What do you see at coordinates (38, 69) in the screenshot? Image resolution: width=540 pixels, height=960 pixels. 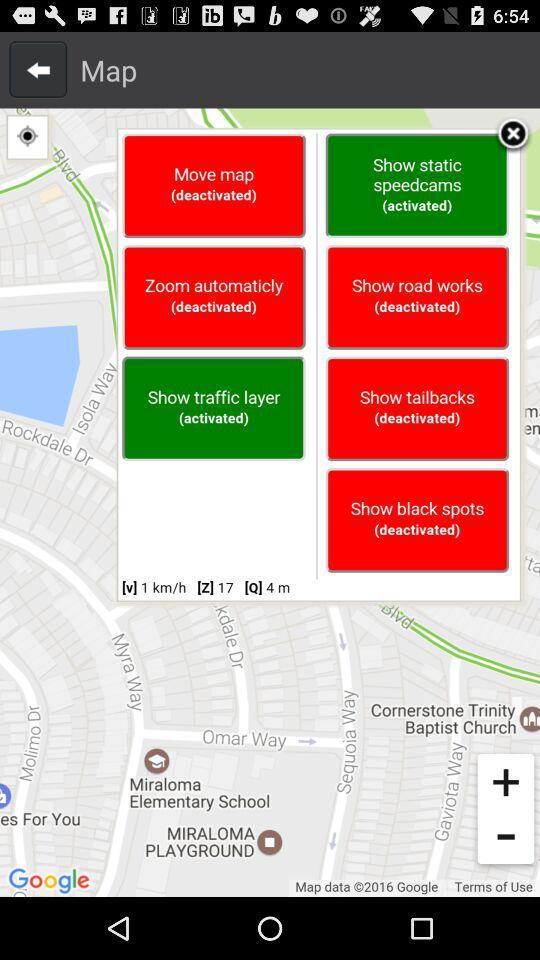 I see `go back` at bounding box center [38, 69].